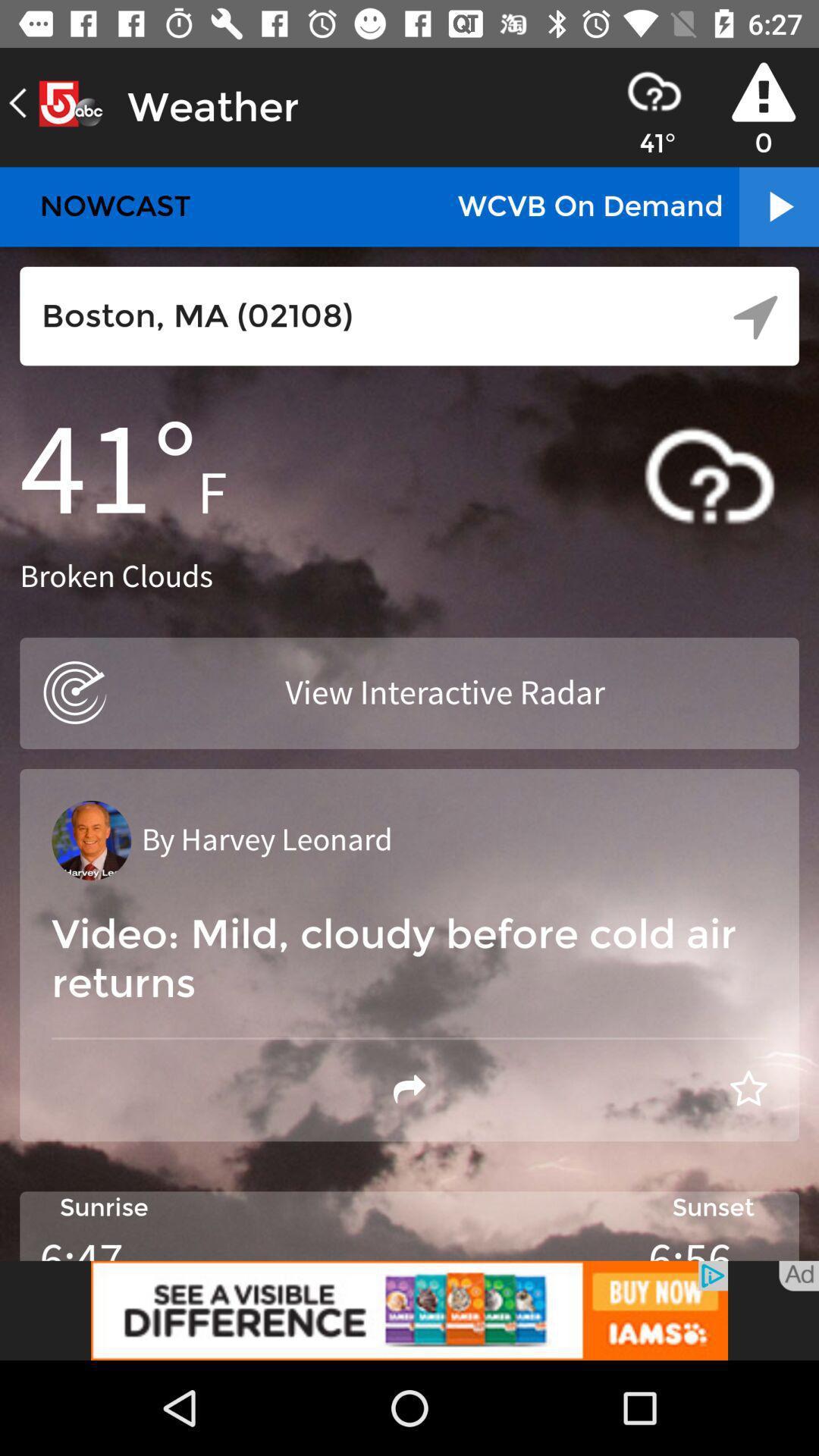 The image size is (819, 1456). I want to click on ad, so click(798, 1276).